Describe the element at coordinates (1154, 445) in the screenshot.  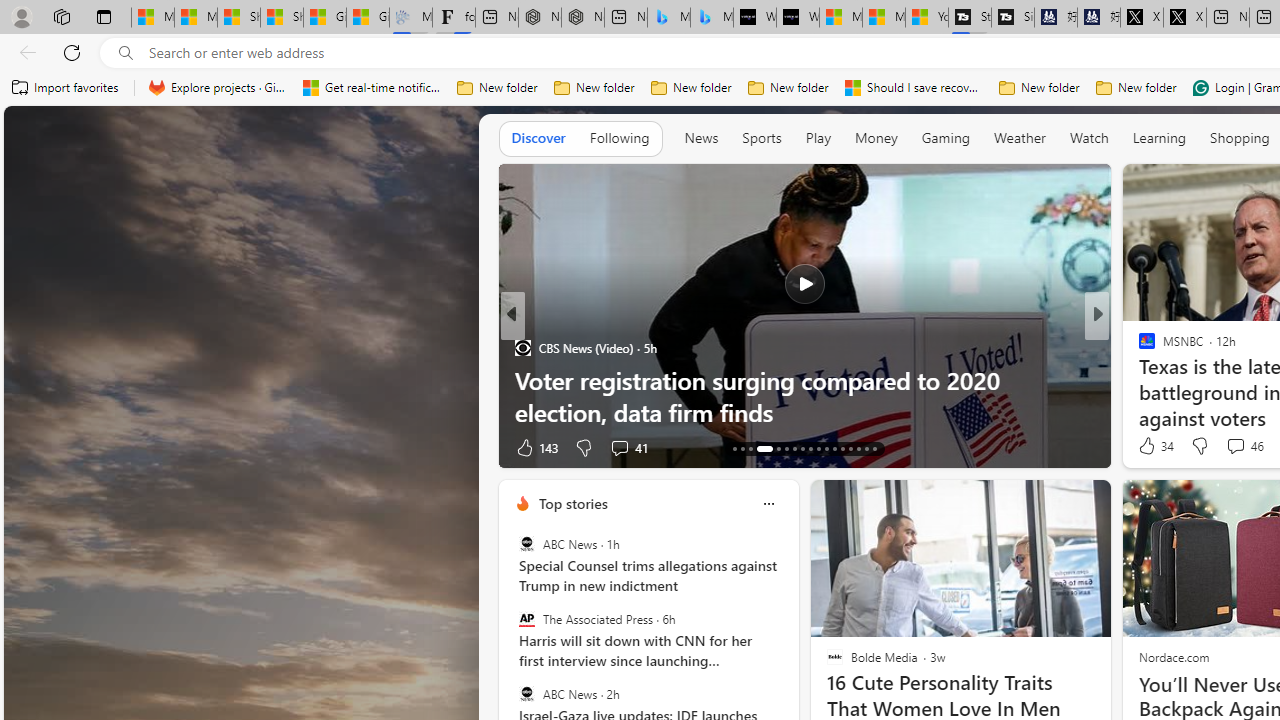
I see `'34 Like'` at that location.